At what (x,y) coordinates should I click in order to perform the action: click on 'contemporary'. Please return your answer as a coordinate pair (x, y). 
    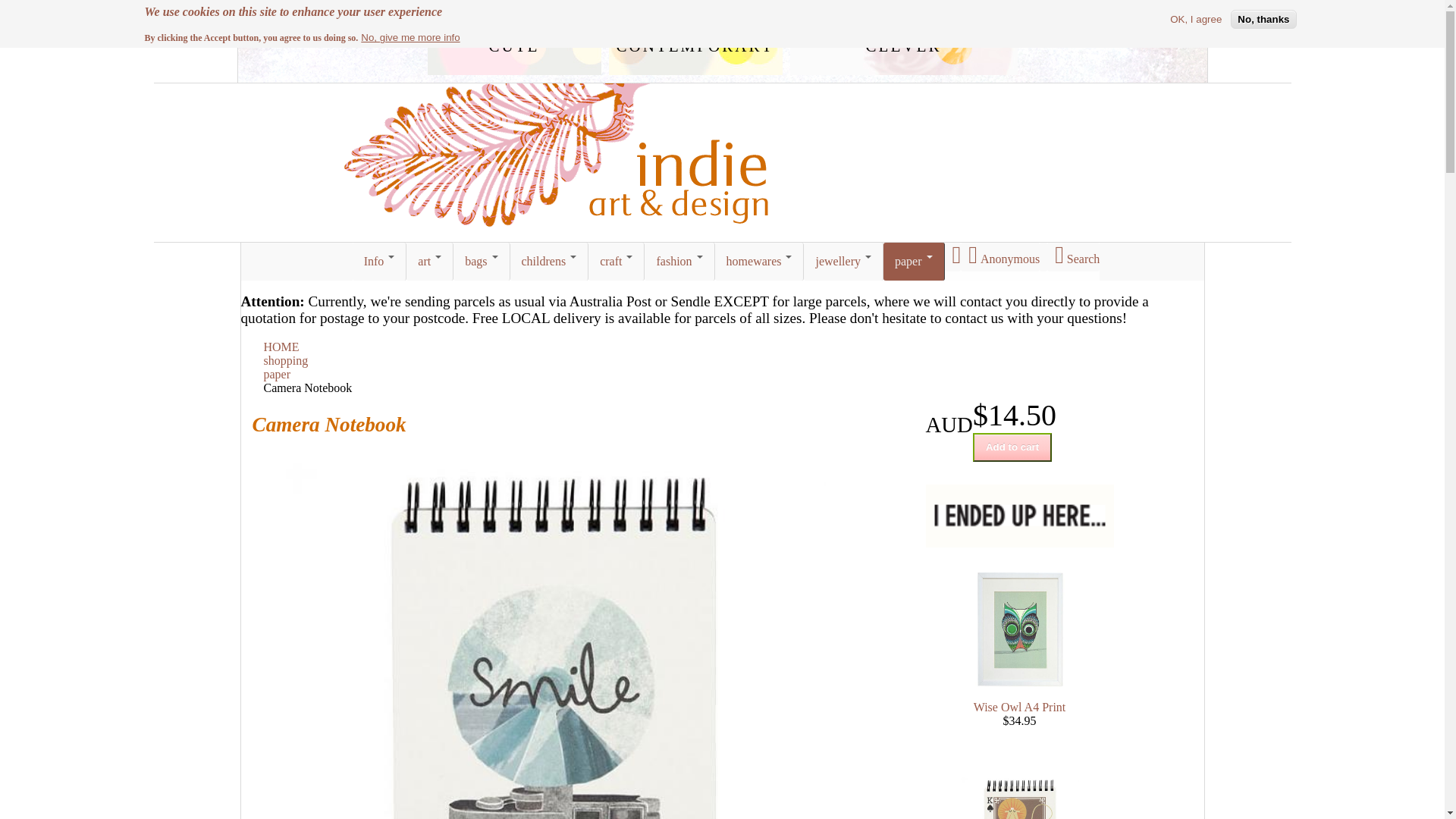
    Looking at the image, I should click on (694, 43).